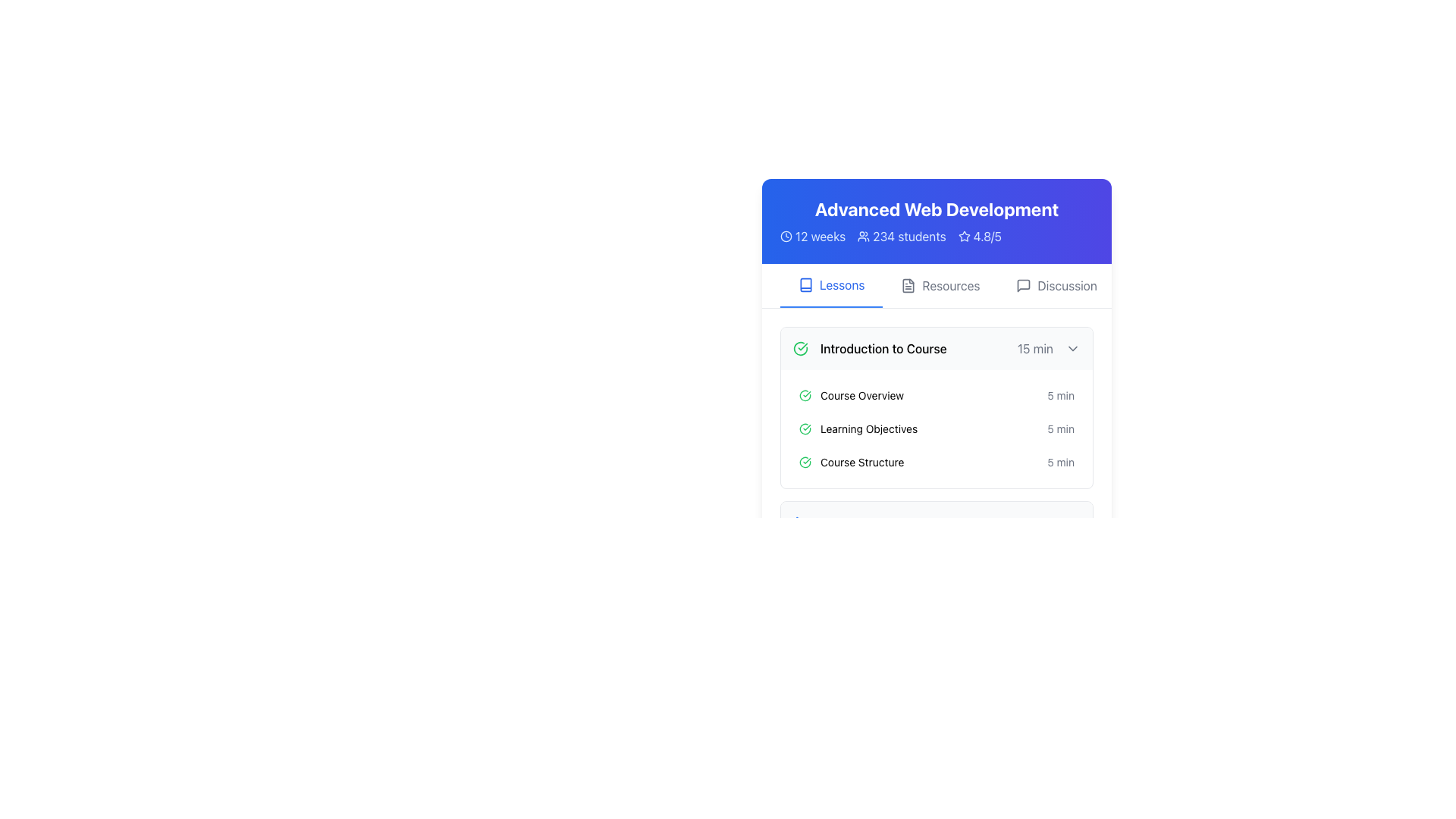  Describe the element at coordinates (949, 286) in the screenshot. I see `the 'Resources' text label in the navigation bar` at that location.